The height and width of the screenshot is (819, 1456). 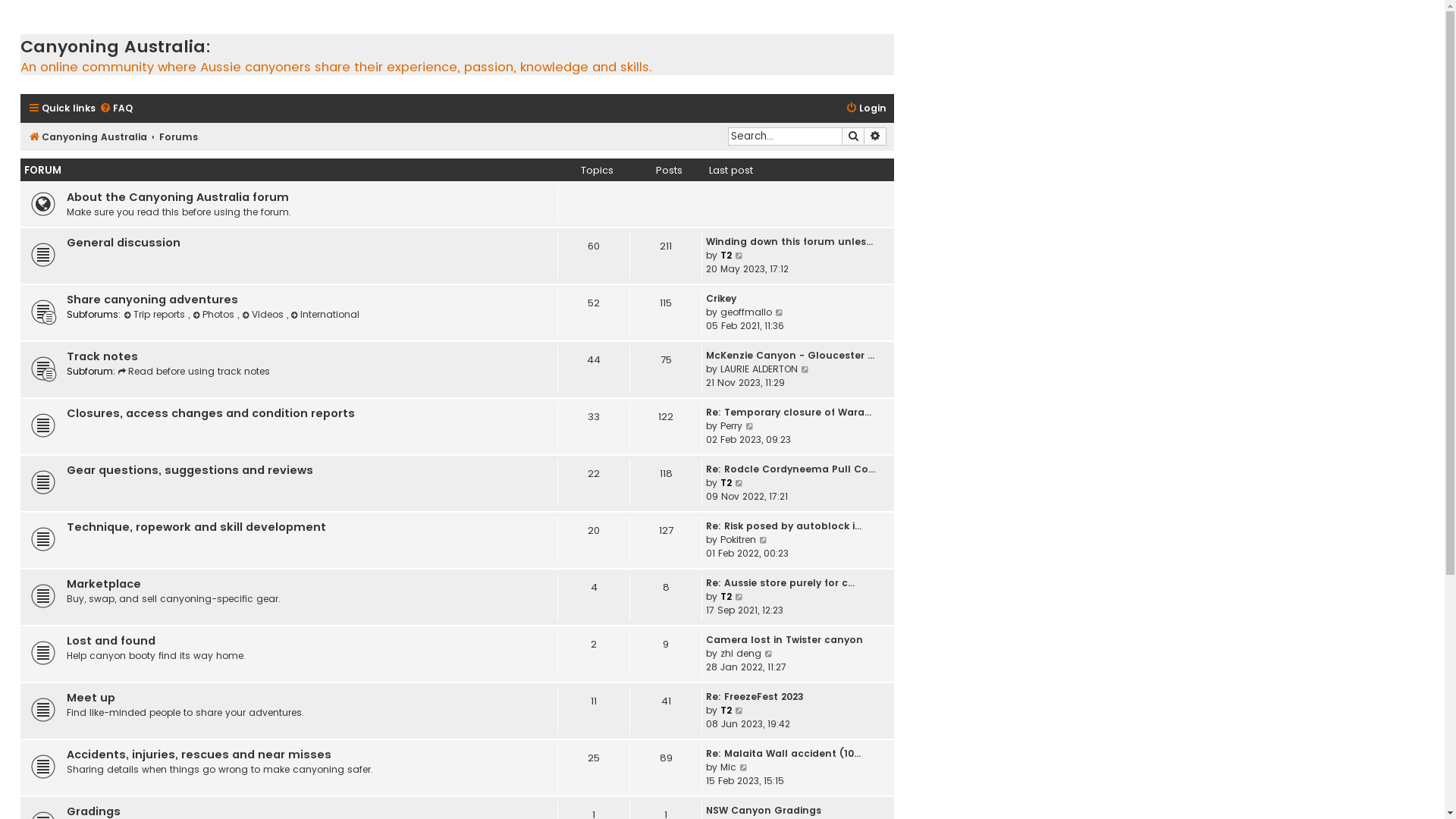 I want to click on 'Gear questions, suggestions and reviews', so click(x=189, y=470).